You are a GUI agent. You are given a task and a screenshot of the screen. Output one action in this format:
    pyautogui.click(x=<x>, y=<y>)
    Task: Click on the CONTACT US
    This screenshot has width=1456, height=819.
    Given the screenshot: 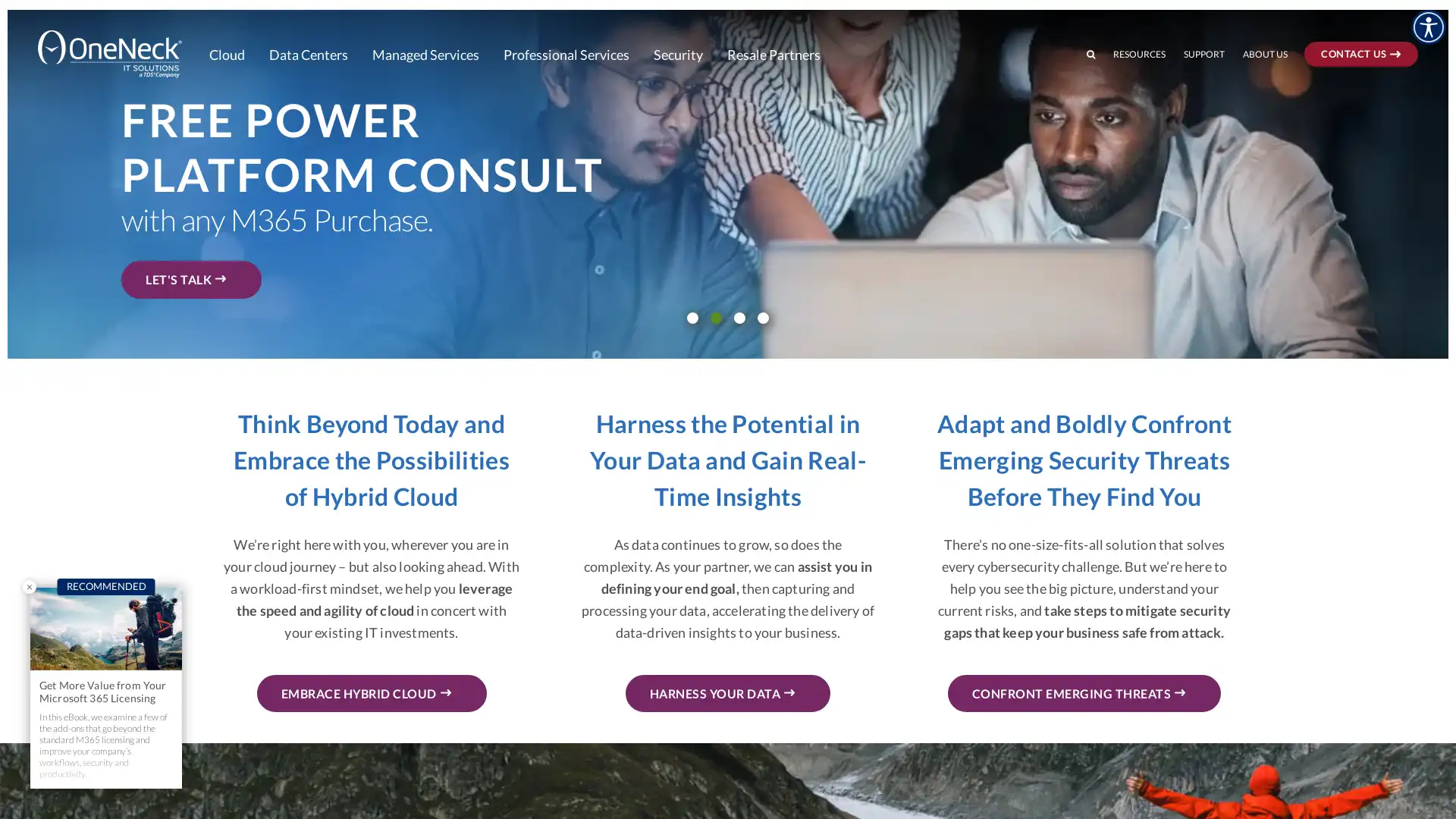 What is the action you would take?
    pyautogui.click(x=1383, y=13)
    